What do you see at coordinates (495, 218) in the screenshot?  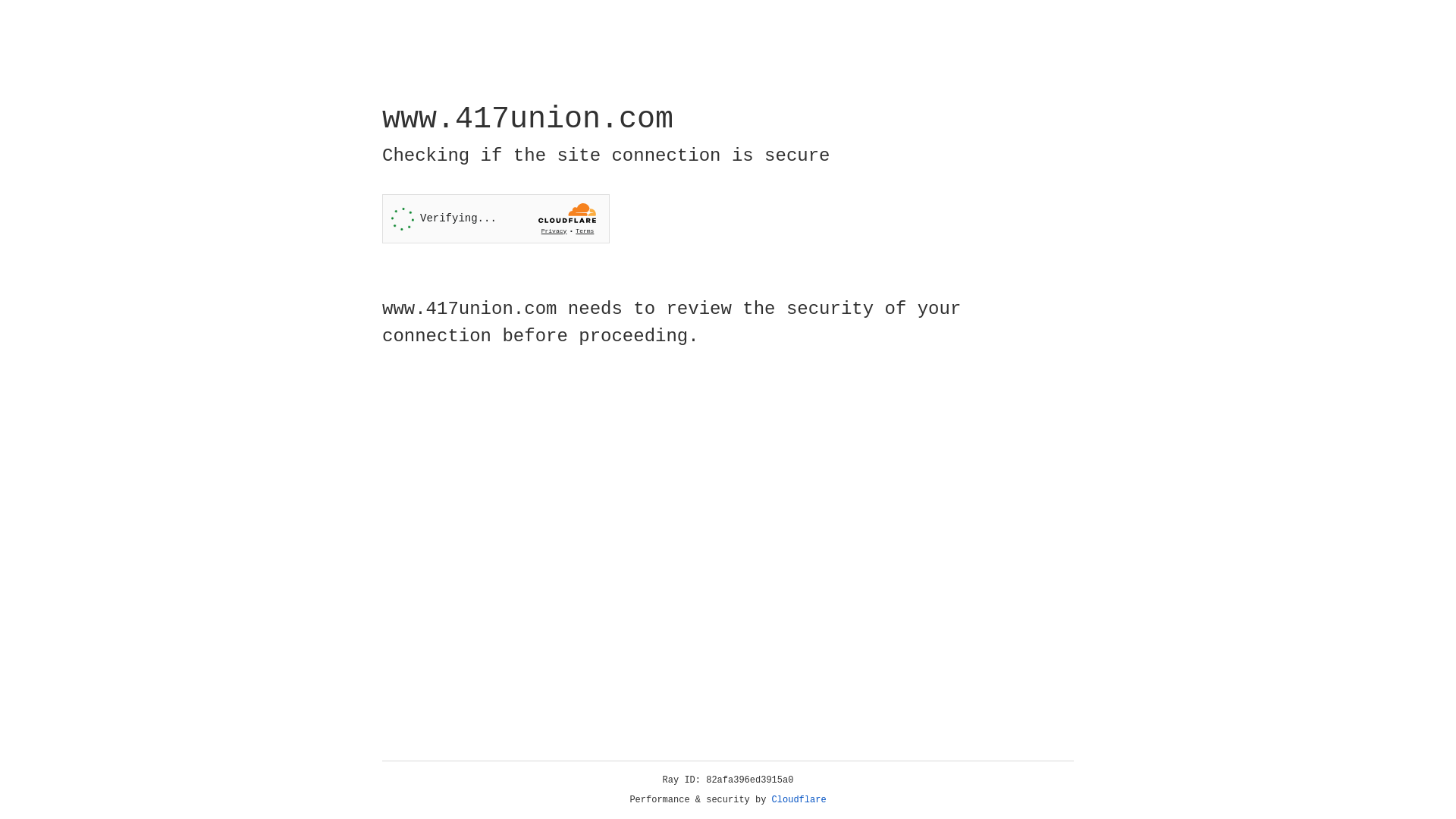 I see `'Widget containing a Cloudflare security challenge'` at bounding box center [495, 218].